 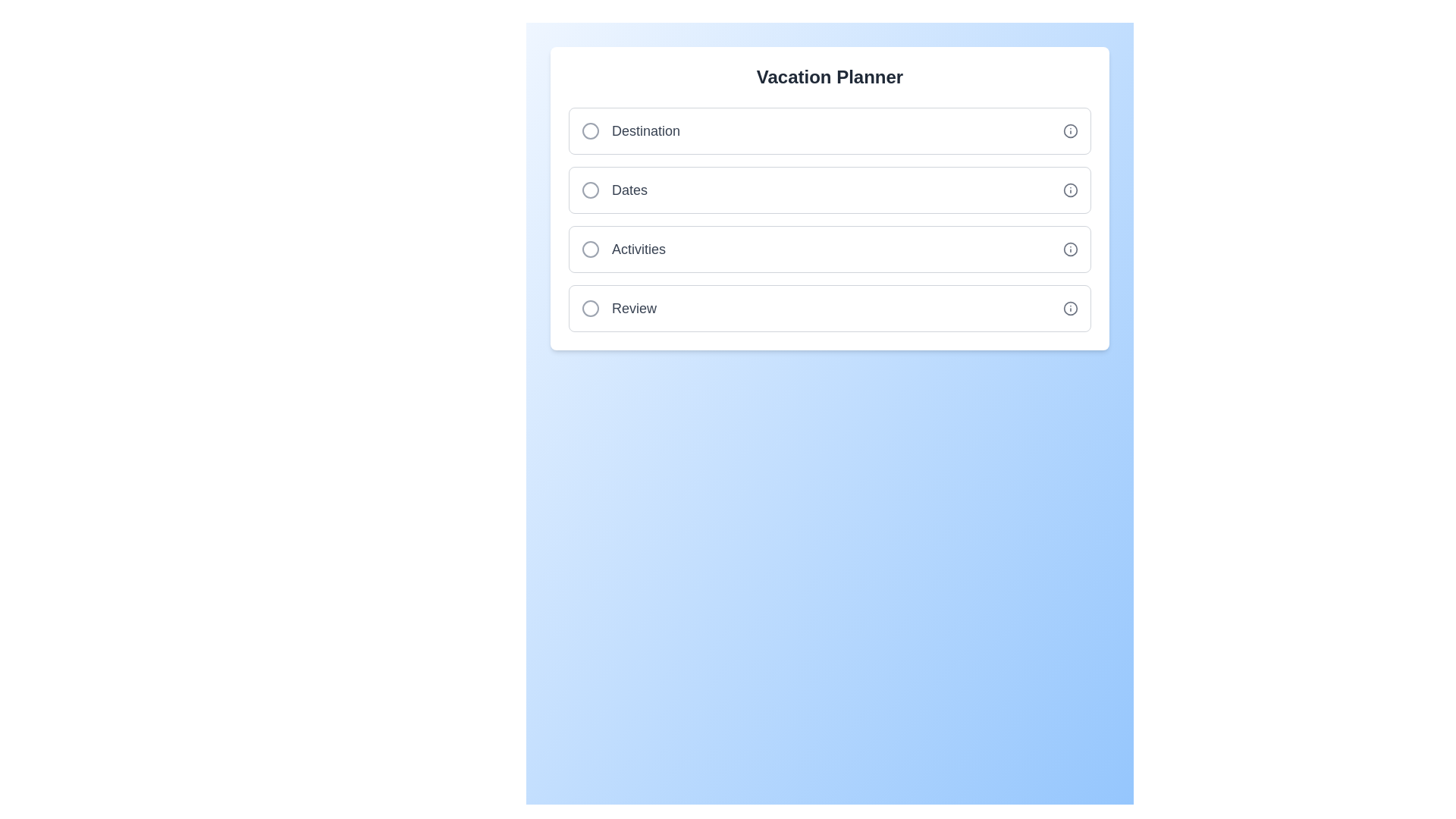 What do you see at coordinates (1069, 308) in the screenshot?
I see `the 'Info' icon of the Review step to view additional information` at bounding box center [1069, 308].